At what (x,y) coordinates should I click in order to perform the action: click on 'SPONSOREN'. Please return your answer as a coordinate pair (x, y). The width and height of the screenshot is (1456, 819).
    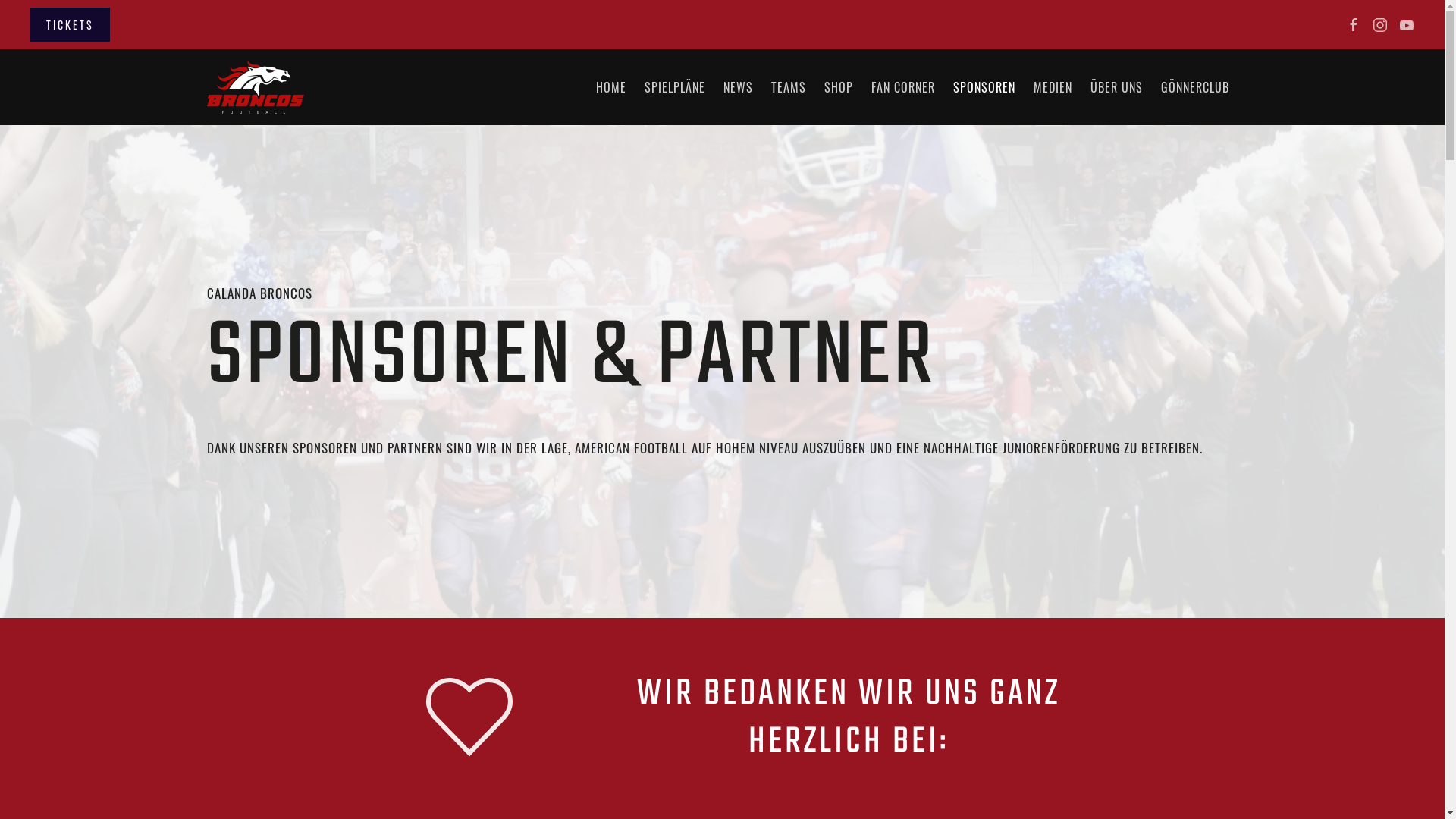
    Looking at the image, I should click on (983, 87).